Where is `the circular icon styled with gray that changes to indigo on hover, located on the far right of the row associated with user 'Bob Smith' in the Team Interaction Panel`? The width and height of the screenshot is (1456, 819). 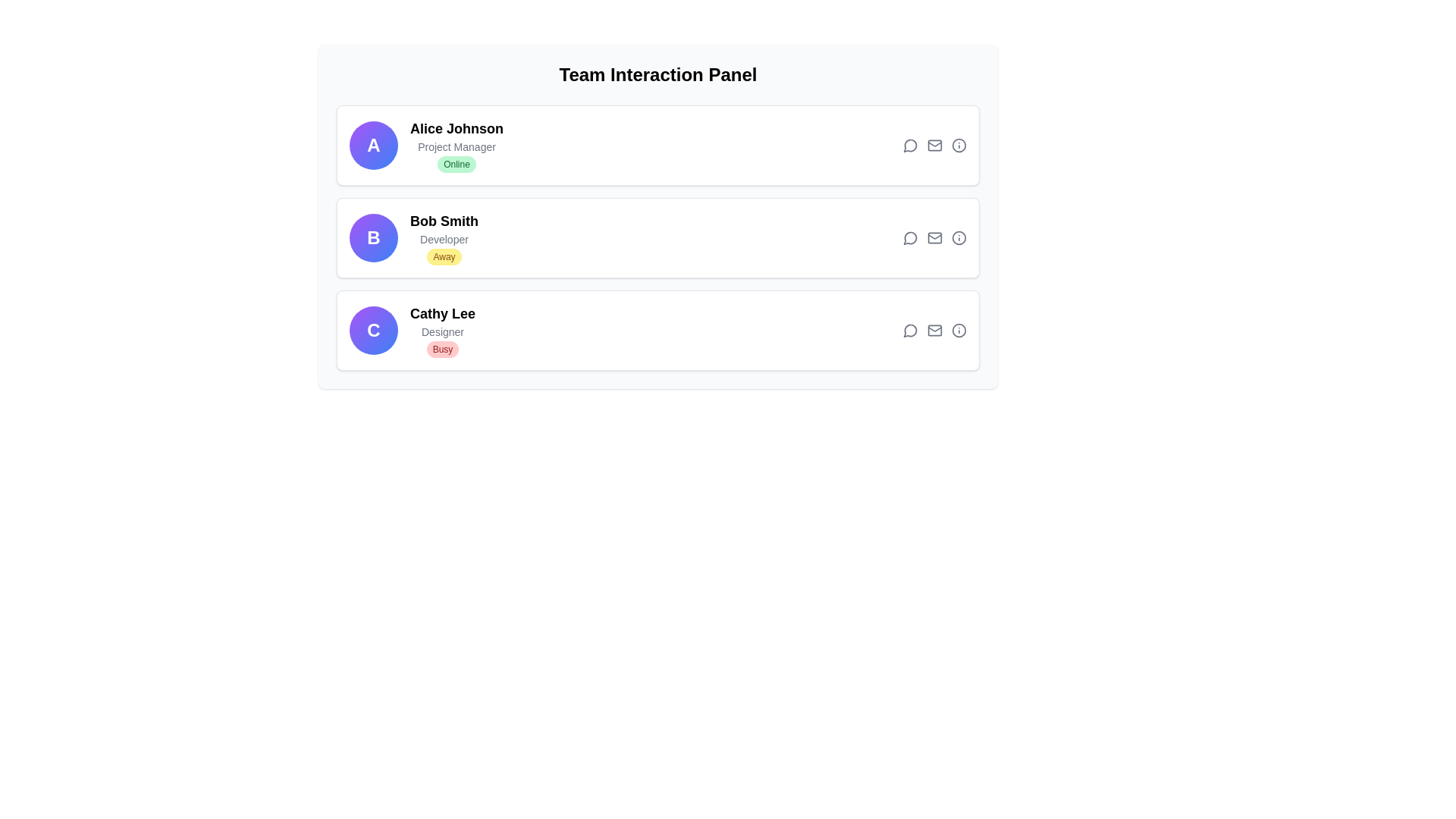
the circular icon styled with gray that changes to indigo on hover, located on the far right of the row associated with user 'Bob Smith' in the Team Interaction Panel is located at coordinates (959, 237).